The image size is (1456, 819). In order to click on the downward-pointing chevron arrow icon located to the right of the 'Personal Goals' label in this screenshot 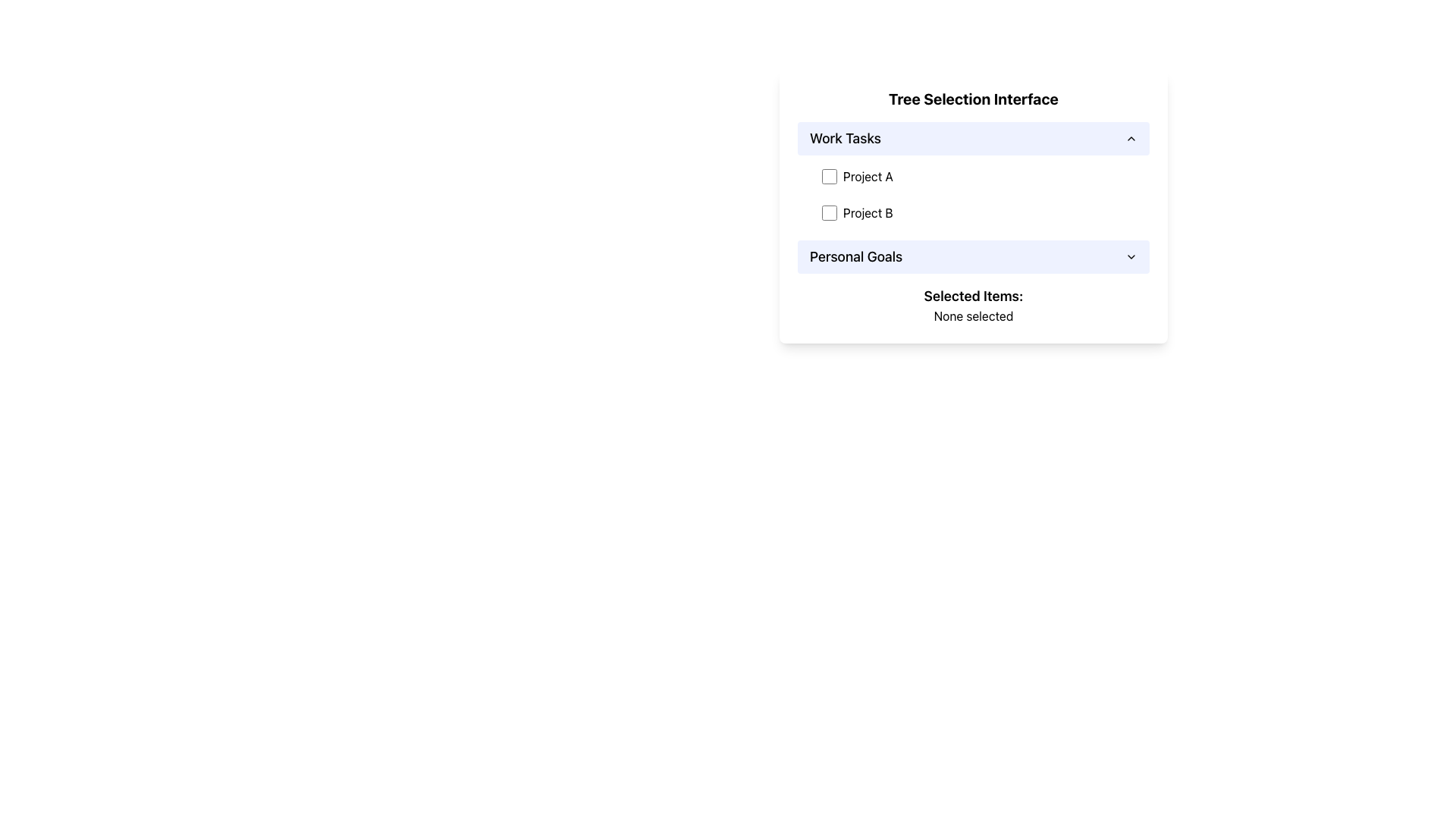, I will do `click(1131, 256)`.